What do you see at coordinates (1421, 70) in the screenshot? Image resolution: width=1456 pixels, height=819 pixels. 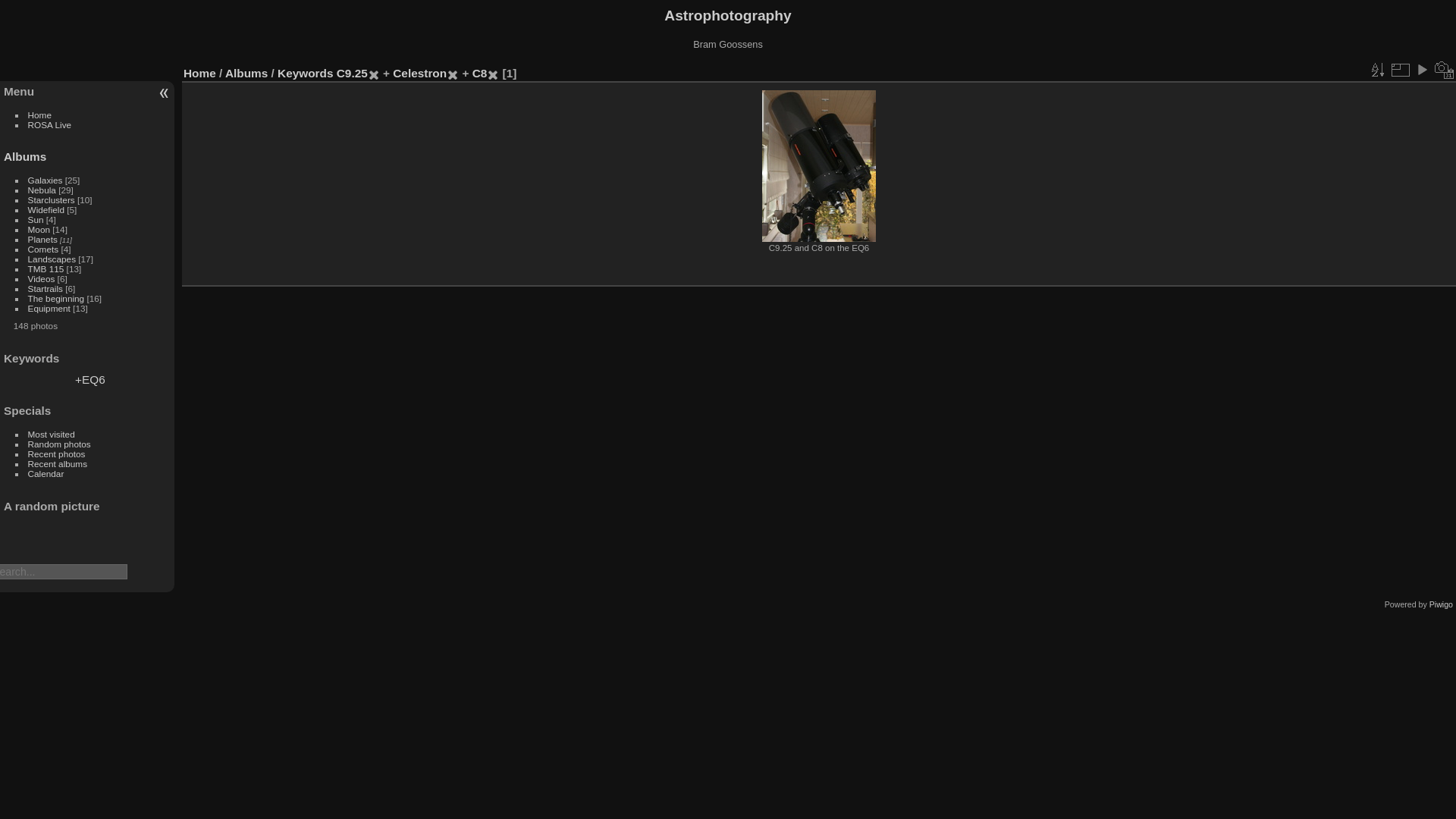 I see `'slideshow'` at bounding box center [1421, 70].